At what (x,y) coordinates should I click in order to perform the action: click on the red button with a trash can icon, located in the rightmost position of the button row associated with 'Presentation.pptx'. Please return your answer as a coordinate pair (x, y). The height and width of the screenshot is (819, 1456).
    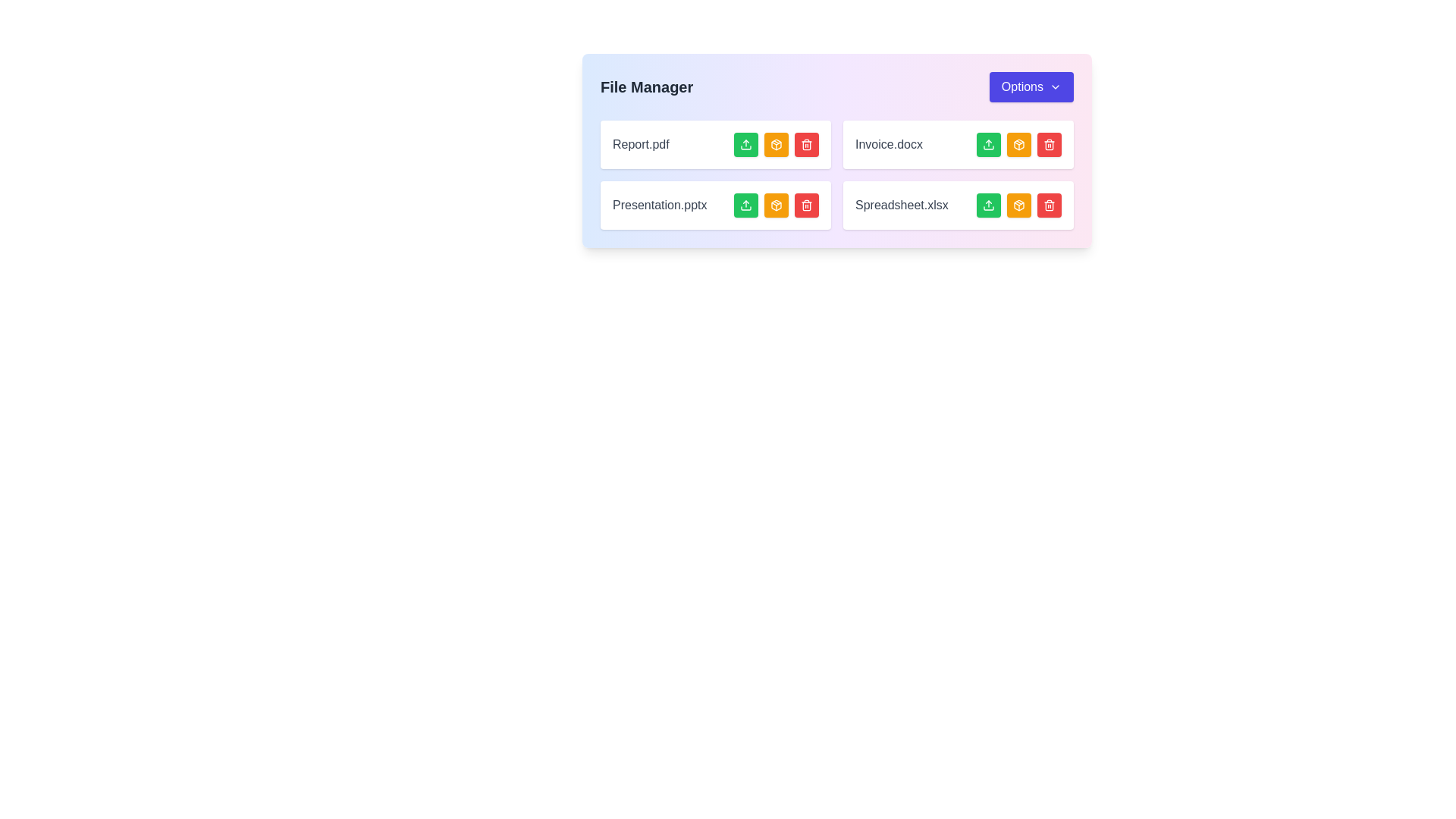
    Looking at the image, I should click on (806, 205).